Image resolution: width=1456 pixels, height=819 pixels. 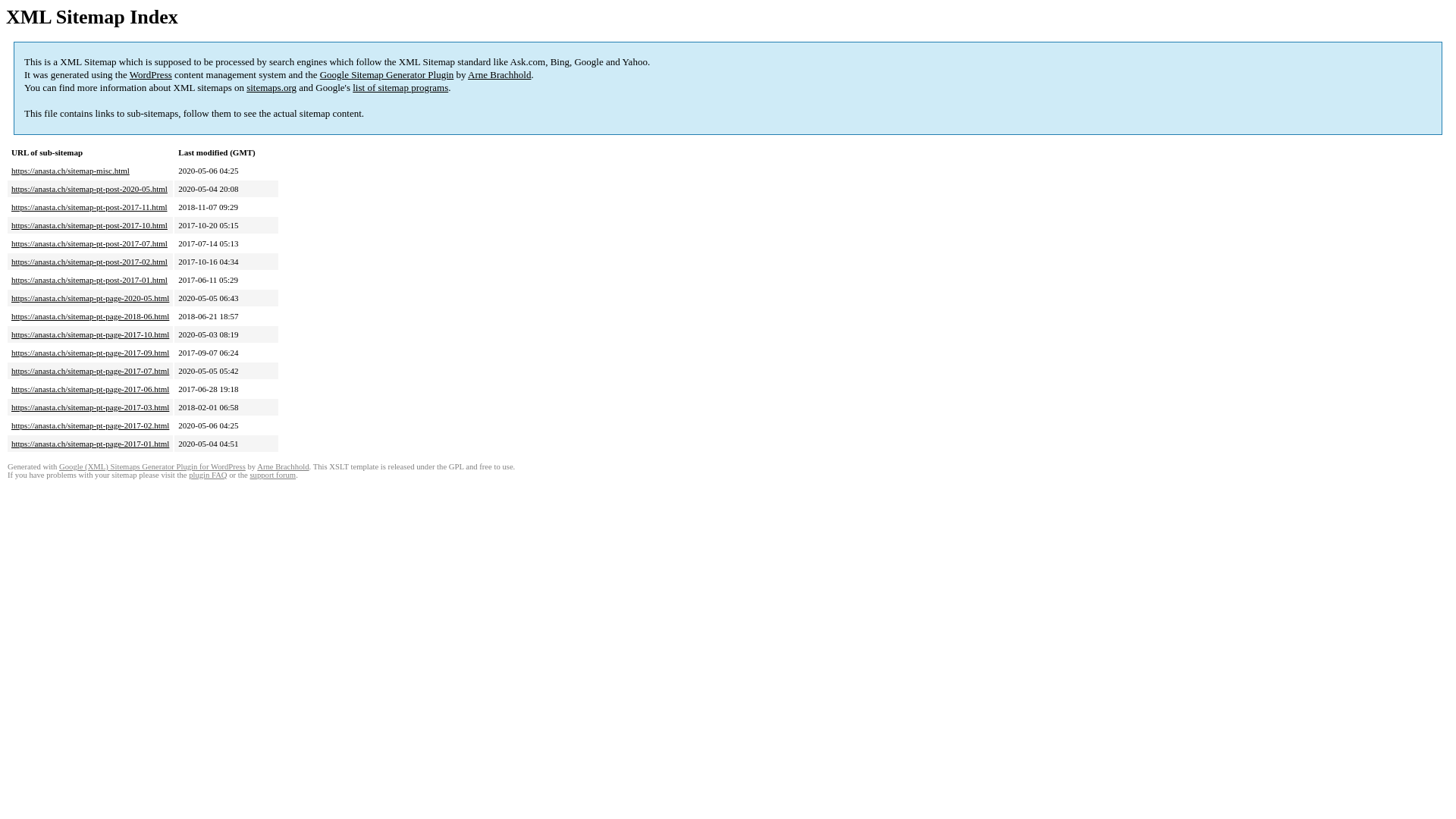 What do you see at coordinates (467, 74) in the screenshot?
I see `'Arne Brachhold'` at bounding box center [467, 74].